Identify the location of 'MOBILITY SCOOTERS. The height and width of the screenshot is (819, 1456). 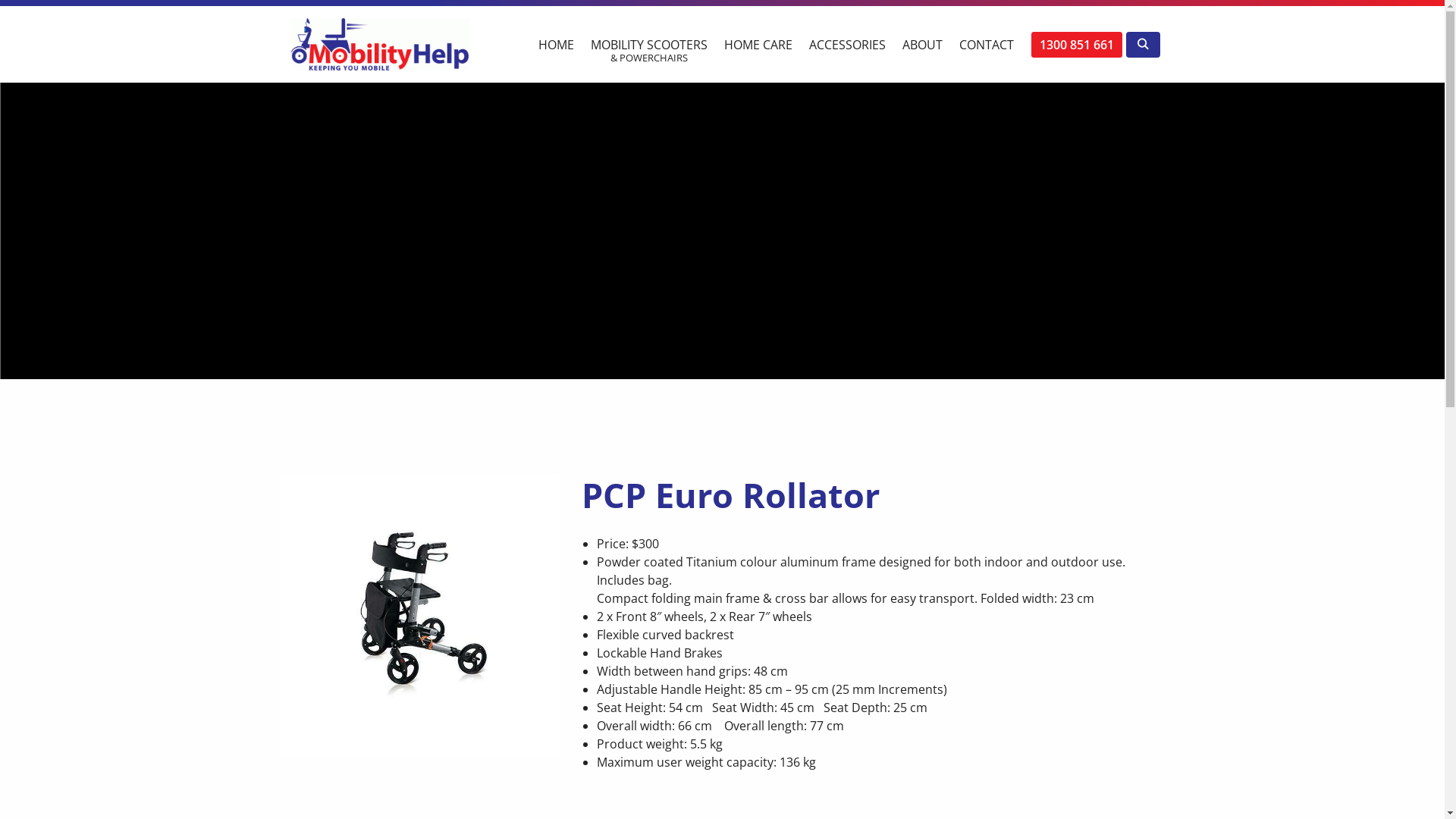
(648, 43).